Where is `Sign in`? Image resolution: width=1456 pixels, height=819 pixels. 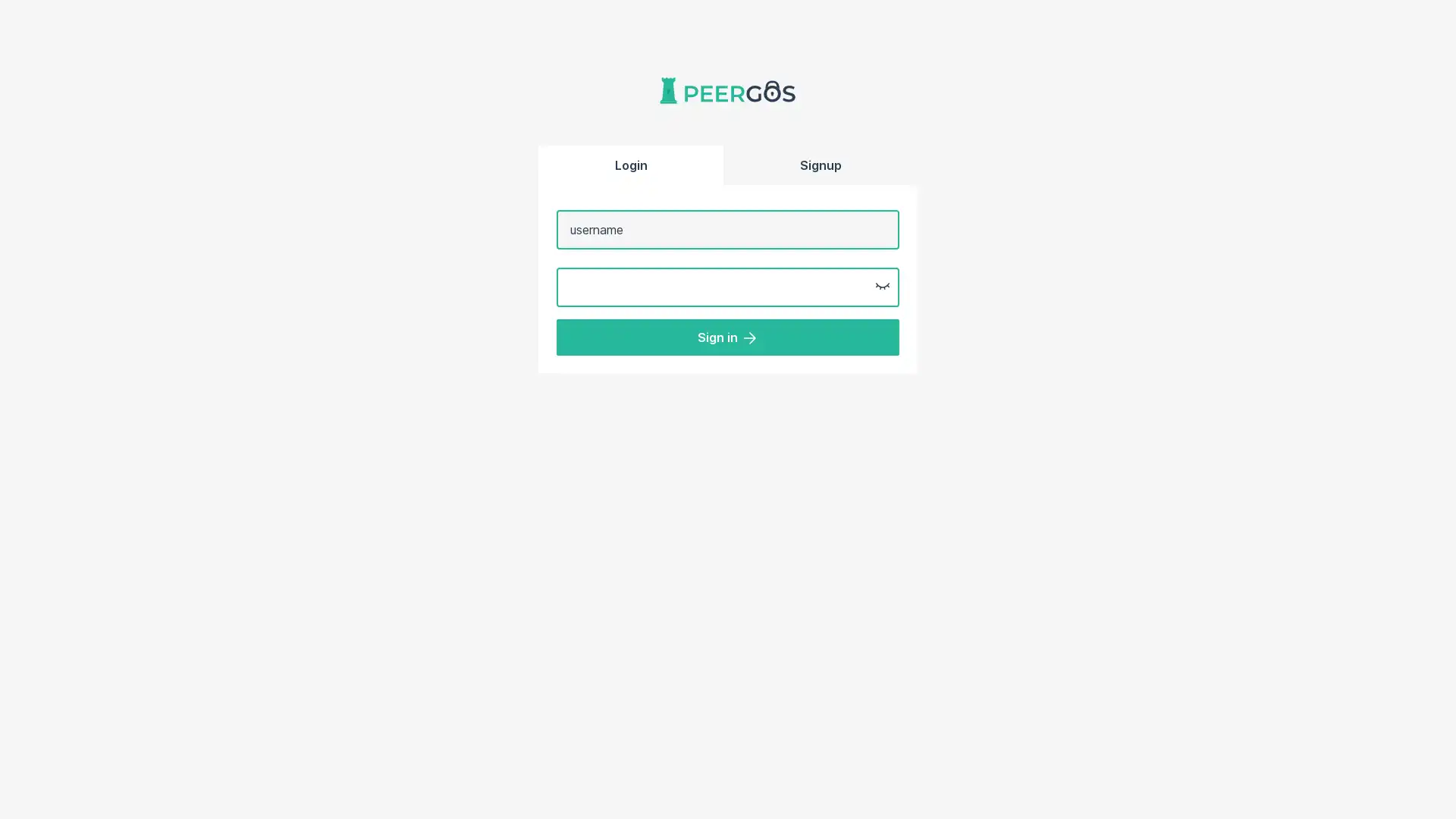
Sign in is located at coordinates (728, 335).